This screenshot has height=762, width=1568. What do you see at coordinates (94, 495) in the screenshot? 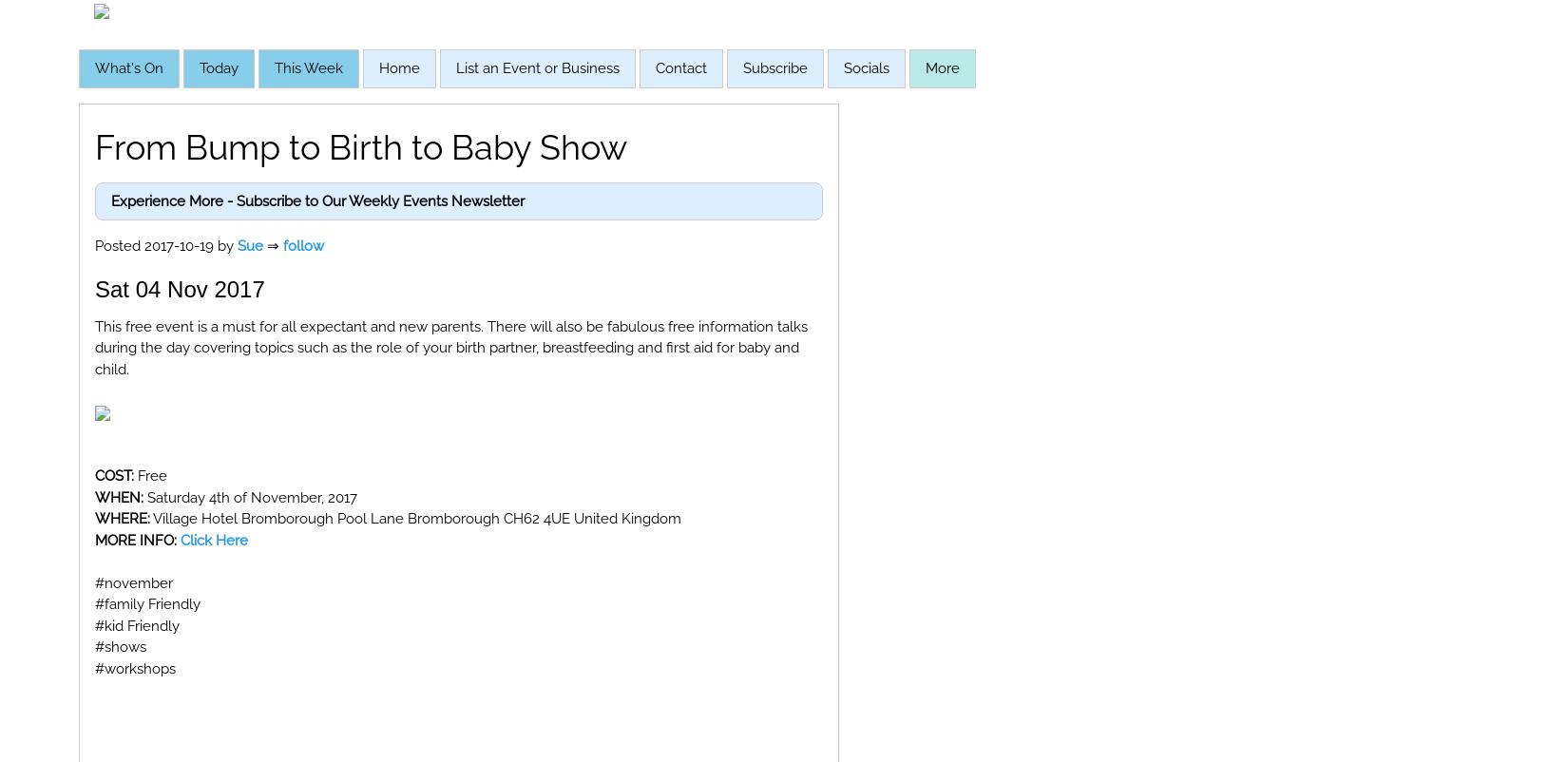
I see `'WHEN:'` at bounding box center [94, 495].